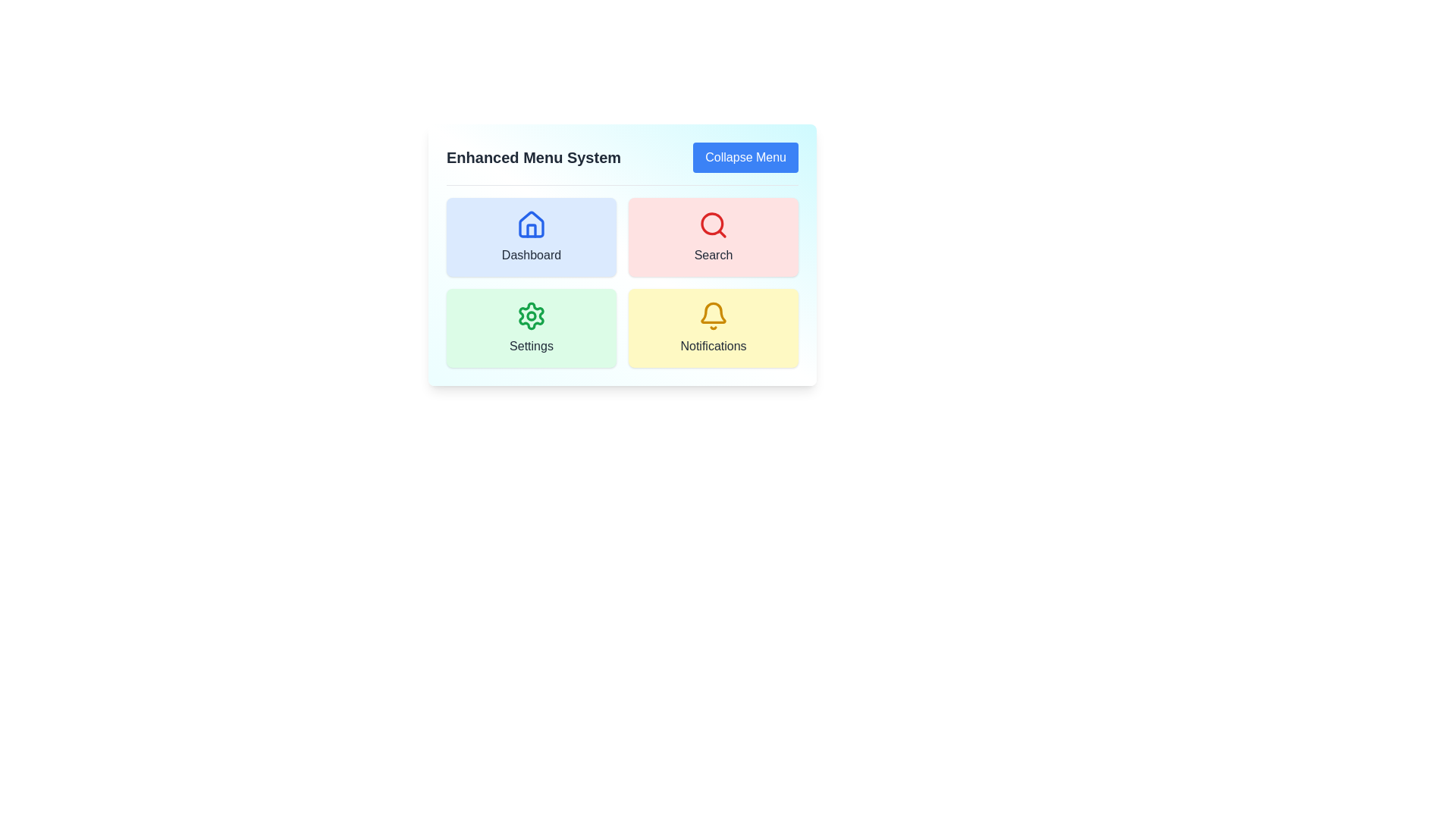  I want to click on the magnifying glass icon outlined in red, which is centered within the pink 'Search' button located in the second row, second column of the button grid, so click(712, 225).